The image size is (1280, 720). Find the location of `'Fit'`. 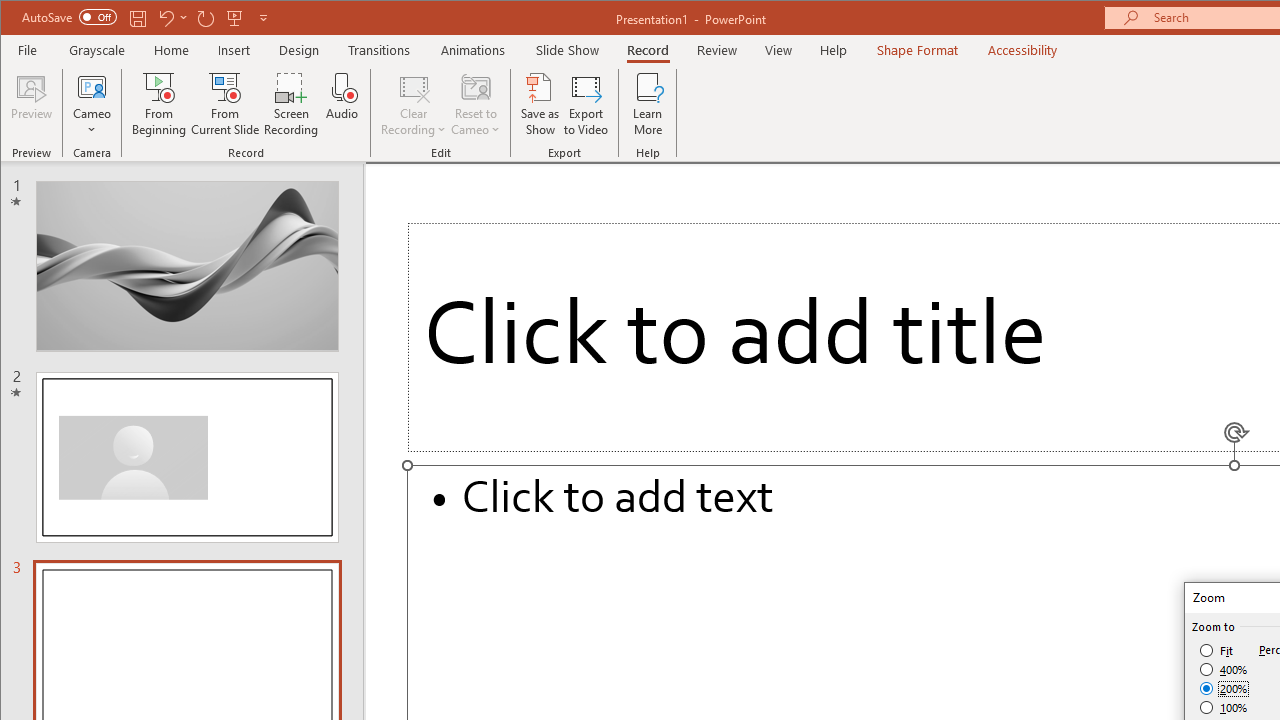

'Fit' is located at coordinates (1216, 650).